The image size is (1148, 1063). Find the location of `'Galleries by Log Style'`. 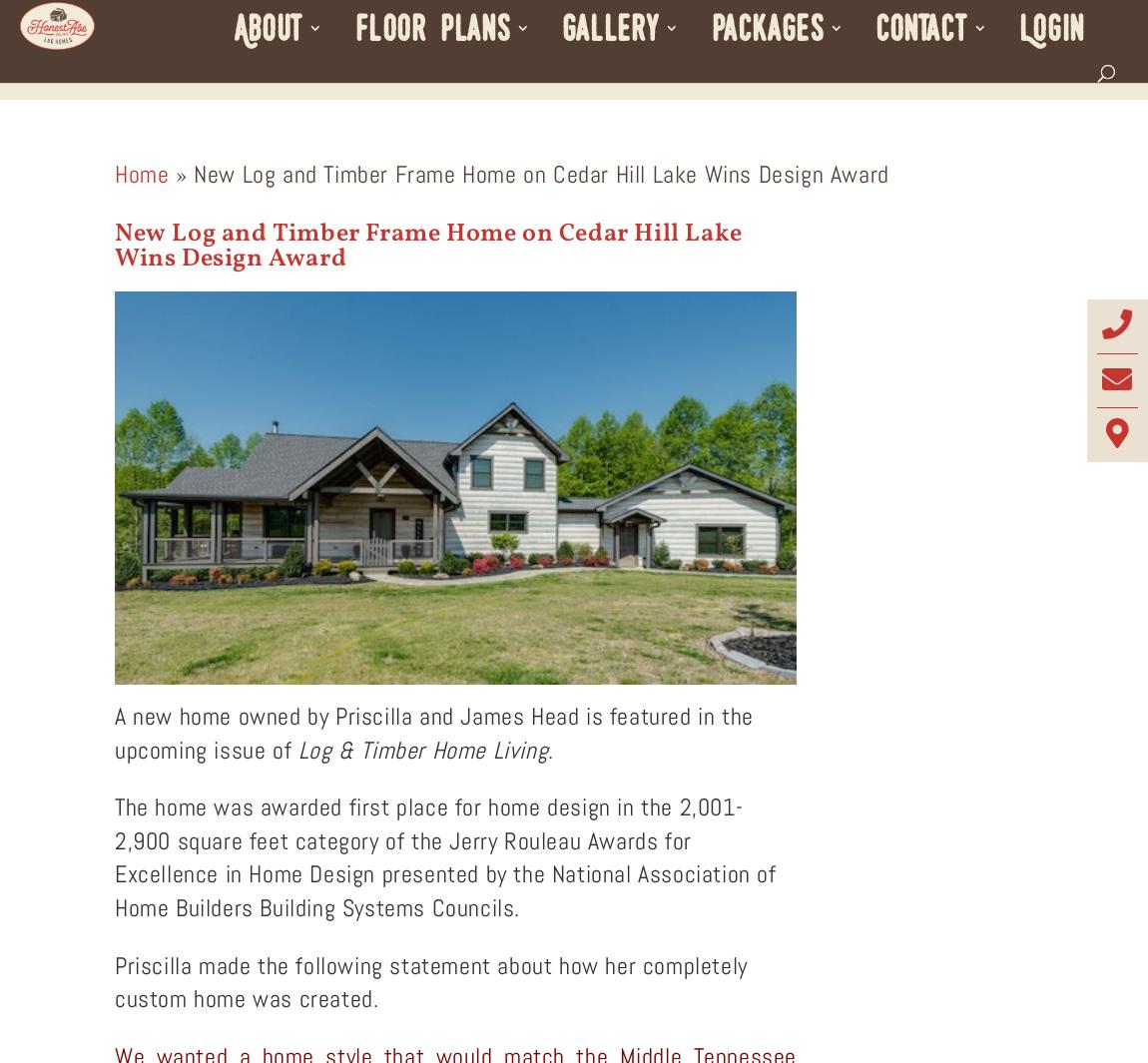

'Galleries by Log Style' is located at coordinates (677, 127).